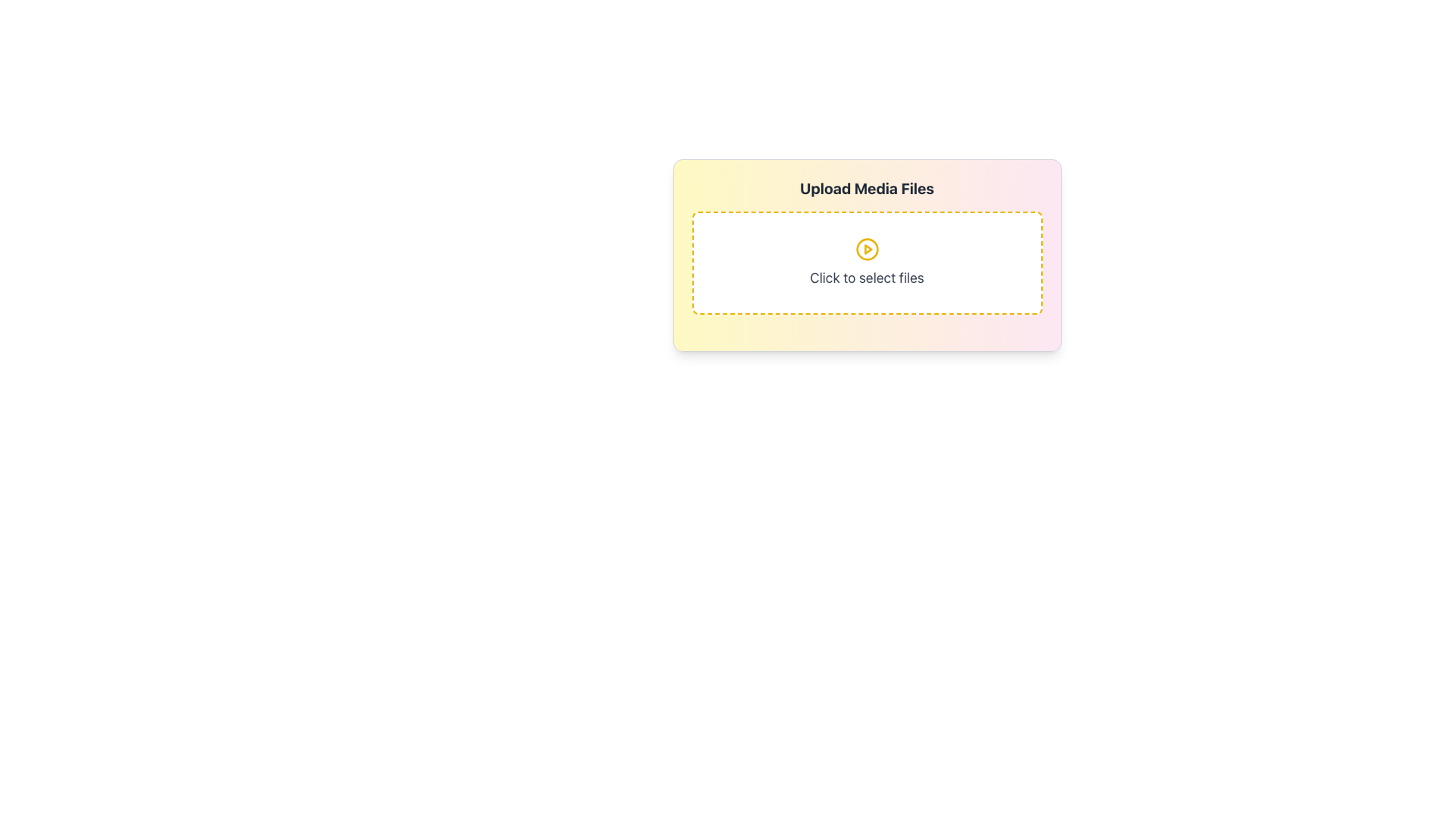 The height and width of the screenshot is (819, 1456). What do you see at coordinates (867, 262) in the screenshot?
I see `the clickable upload area with a dashed yellow border and a white background, which contains a yellow play button icon and the text 'Click` at bounding box center [867, 262].